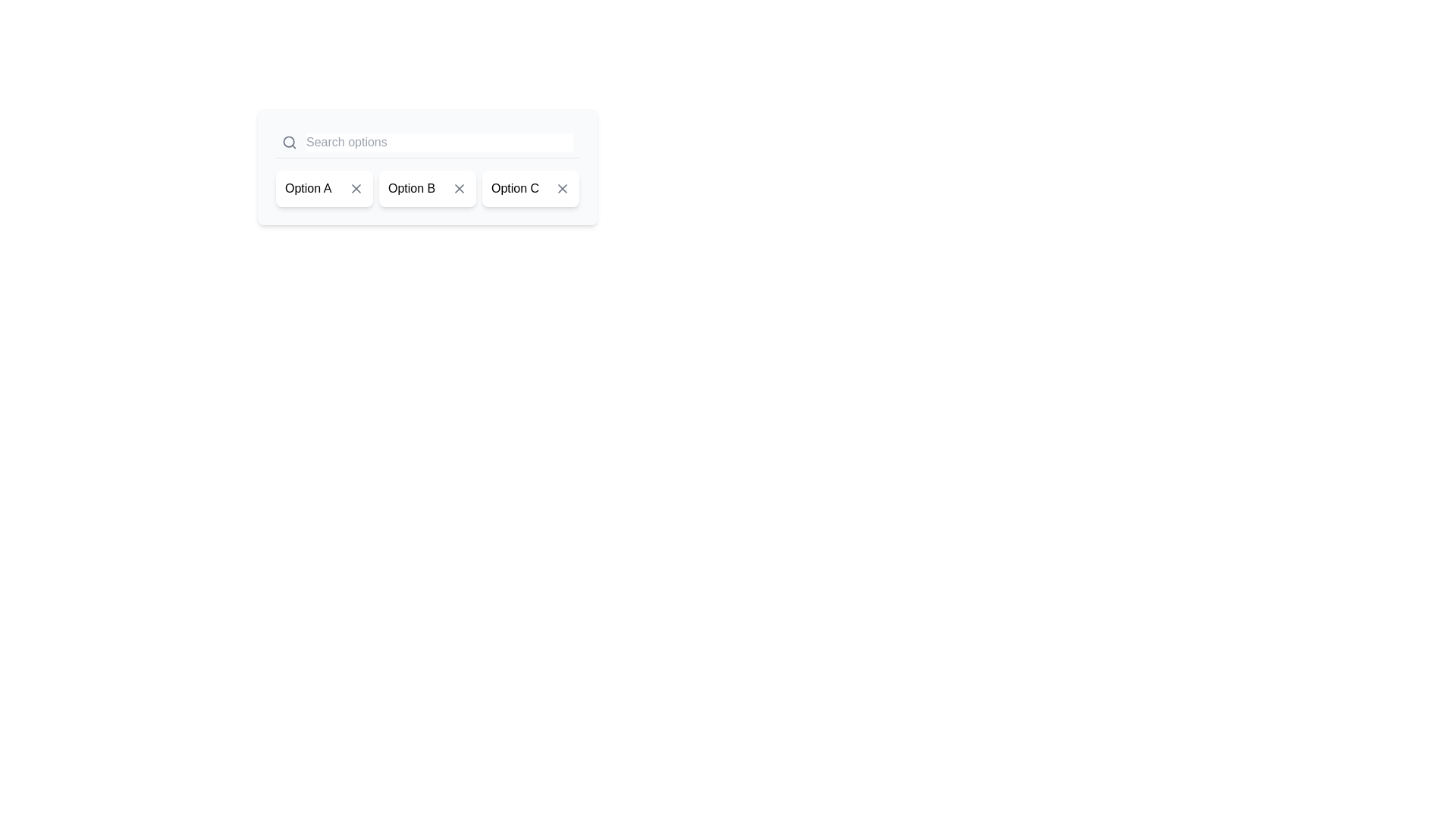 Image resolution: width=1456 pixels, height=819 pixels. What do you see at coordinates (323, 188) in the screenshot?
I see `the chip labeled Option A` at bounding box center [323, 188].